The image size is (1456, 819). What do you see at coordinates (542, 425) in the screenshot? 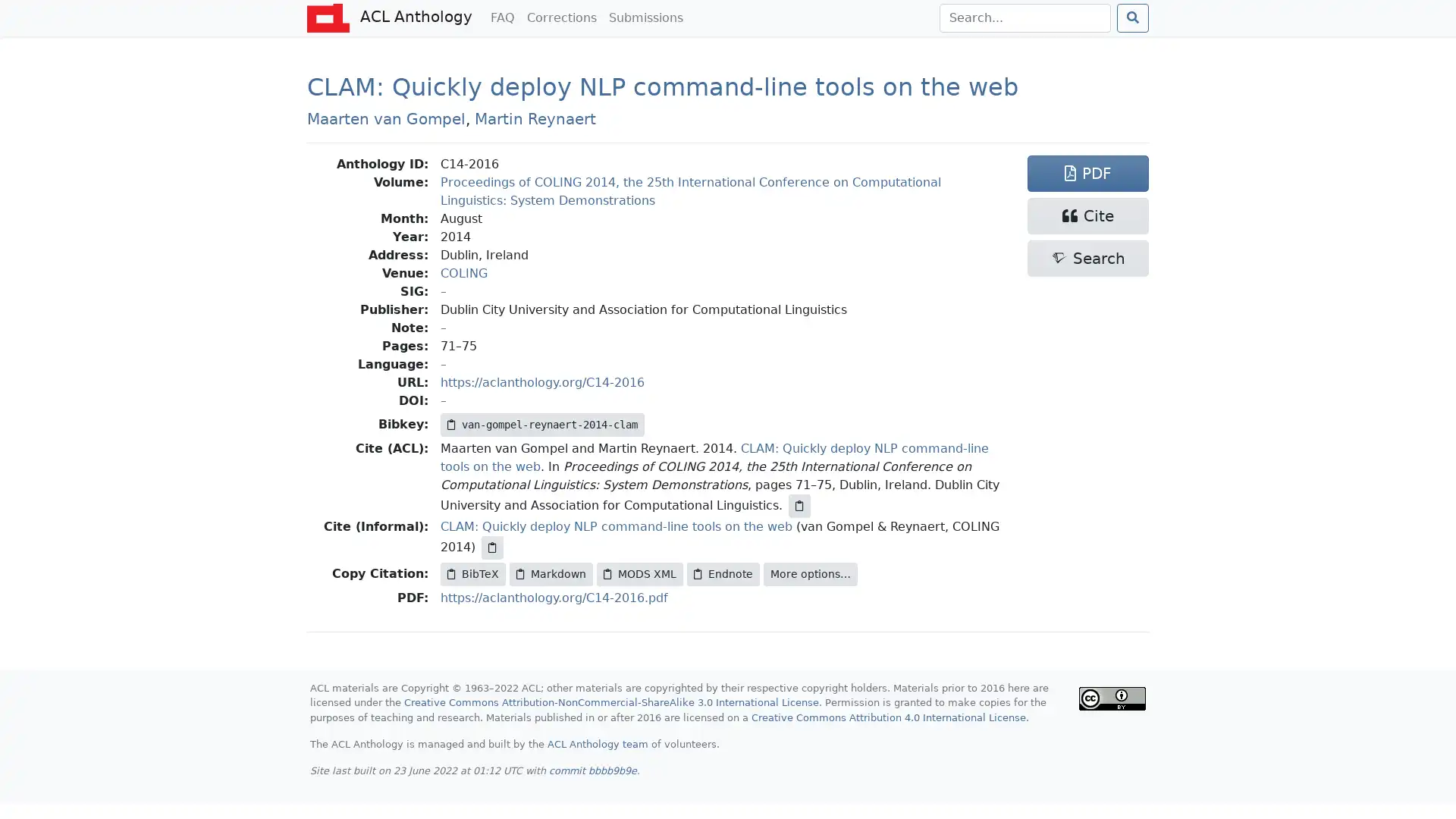
I see `van-gompel-reynaert-2014-clam` at bounding box center [542, 425].